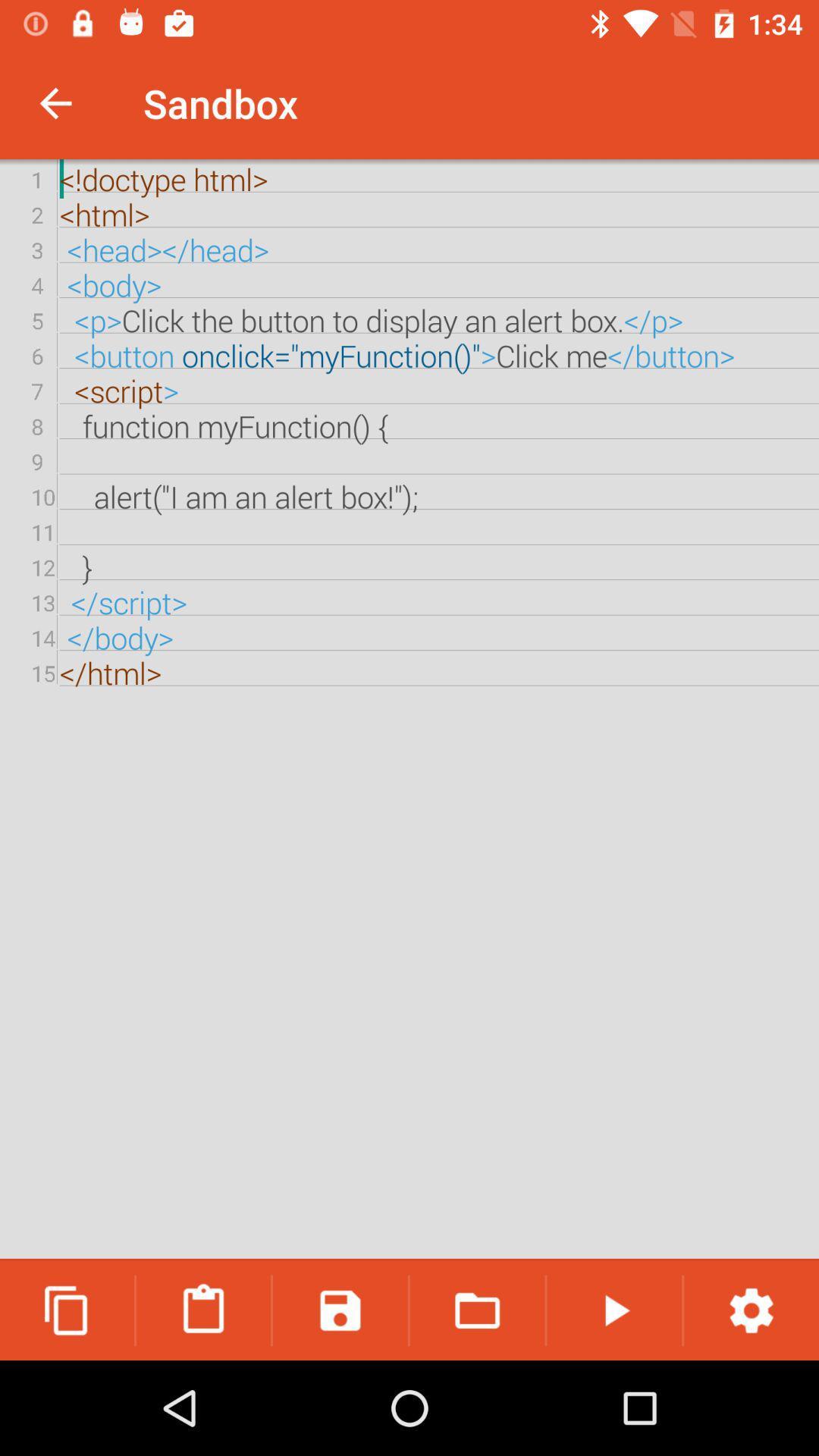  Describe the element at coordinates (55, 102) in the screenshot. I see `icon above the doctype html html icon` at that location.